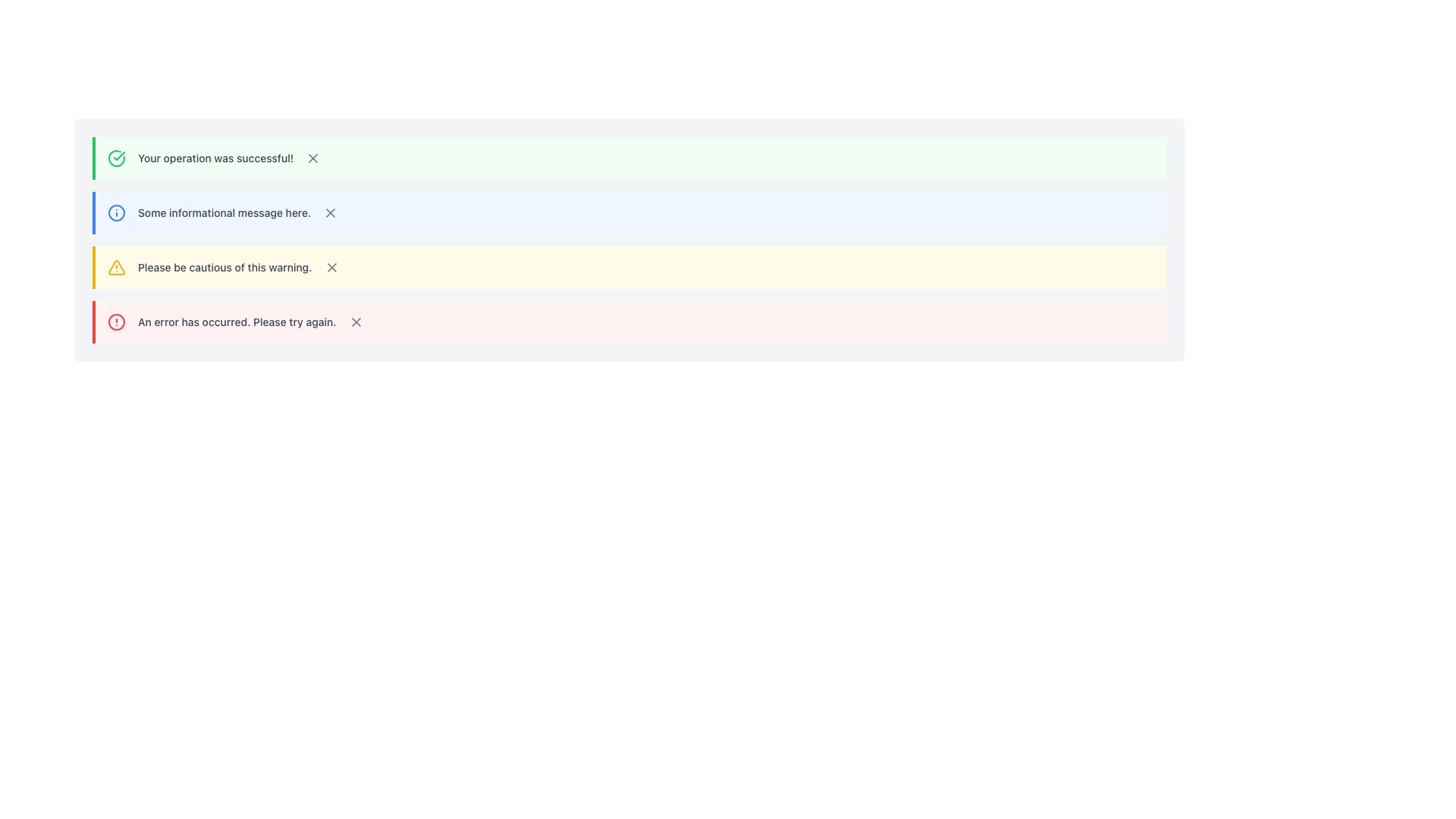 The height and width of the screenshot is (819, 1456). I want to click on the close button located at the far right of the notification box, which is styled with a blue background, so click(330, 213).